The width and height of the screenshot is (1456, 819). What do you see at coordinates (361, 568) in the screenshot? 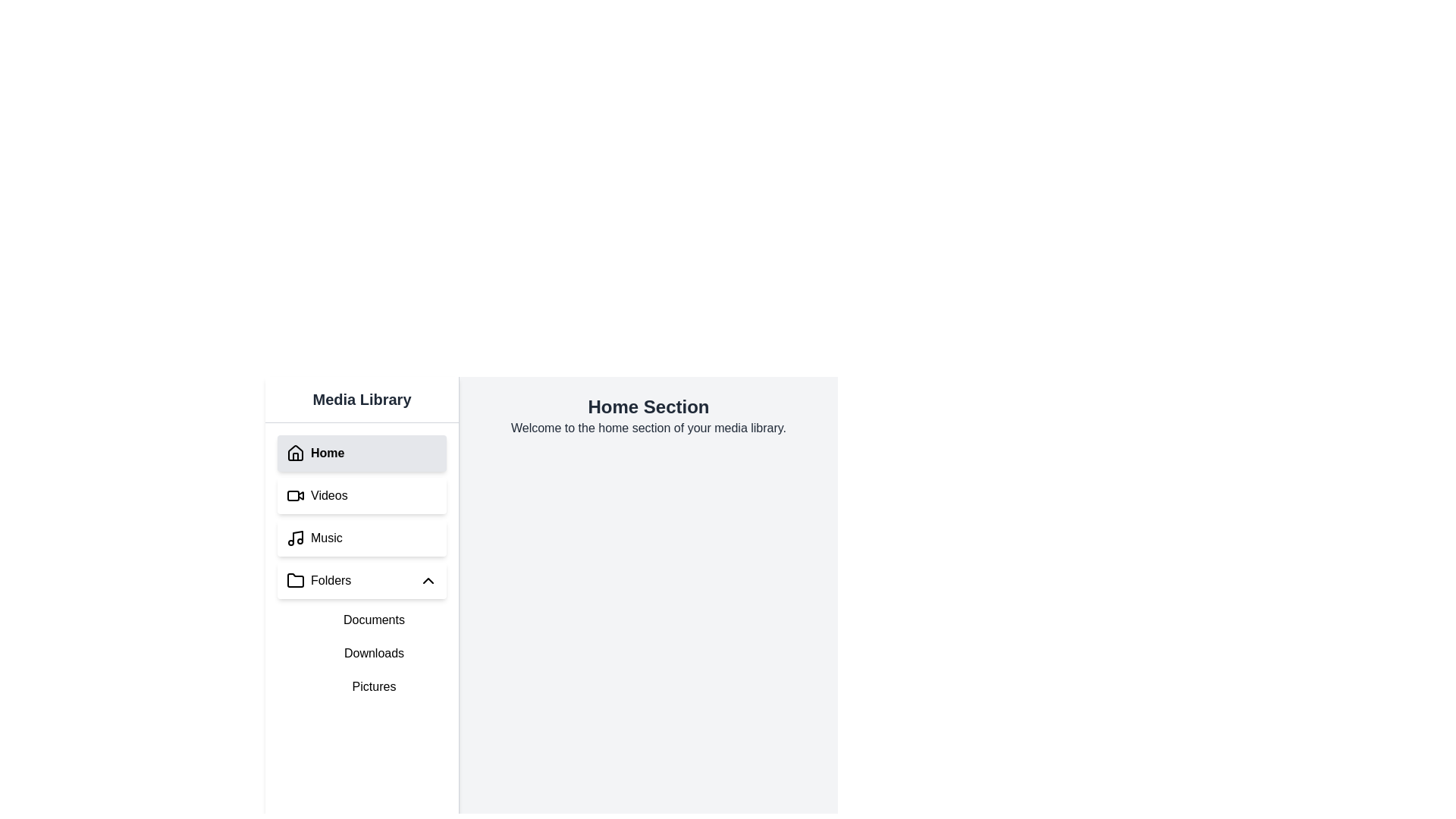
I see `the Navigation menu located` at bounding box center [361, 568].